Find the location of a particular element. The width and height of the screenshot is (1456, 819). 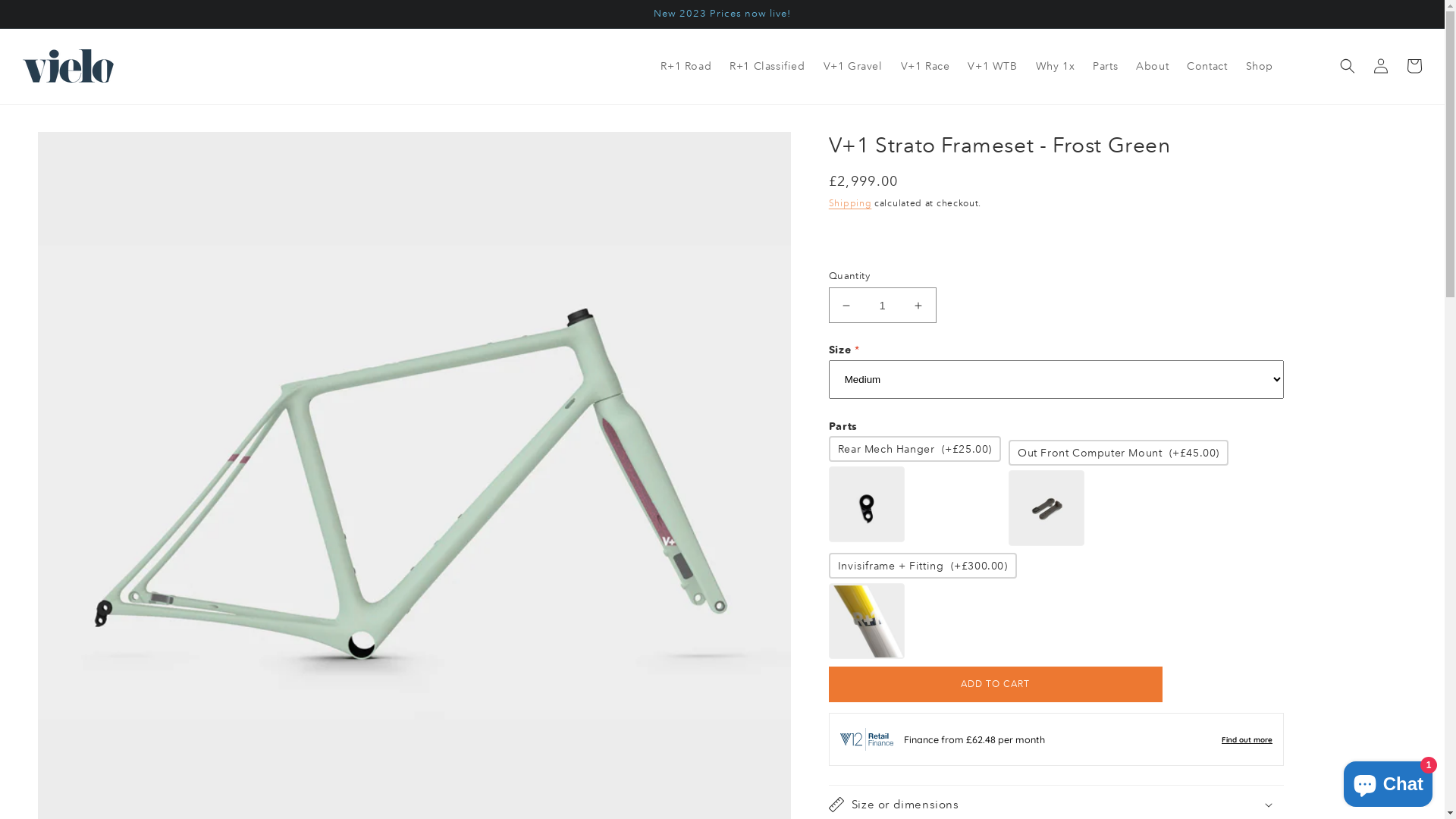

'SKIP TO PRODUCT INFORMATION' is located at coordinates (83, 149).